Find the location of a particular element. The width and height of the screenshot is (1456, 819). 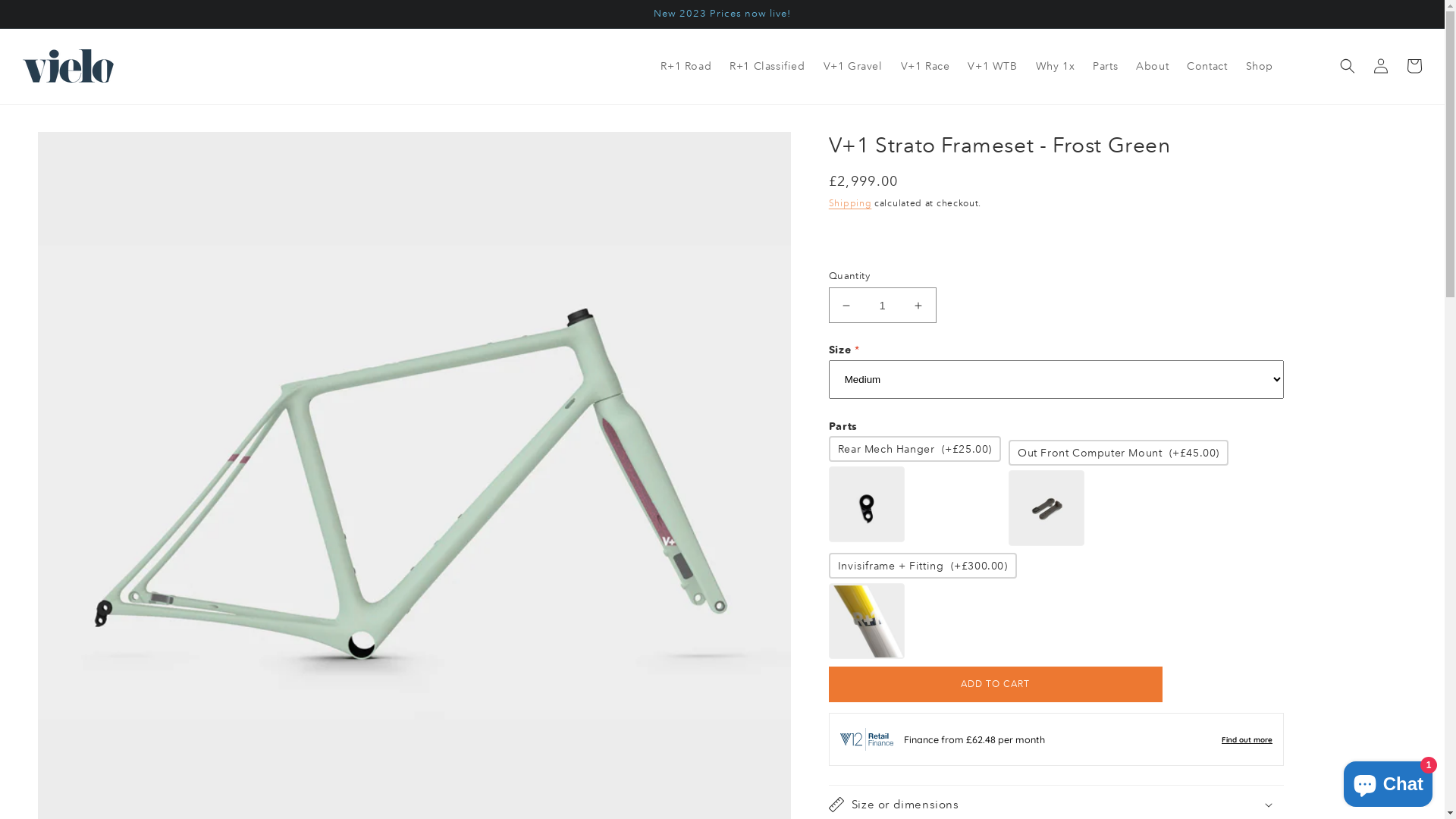

'SKIP TO PRODUCT INFORMATION' is located at coordinates (83, 149).